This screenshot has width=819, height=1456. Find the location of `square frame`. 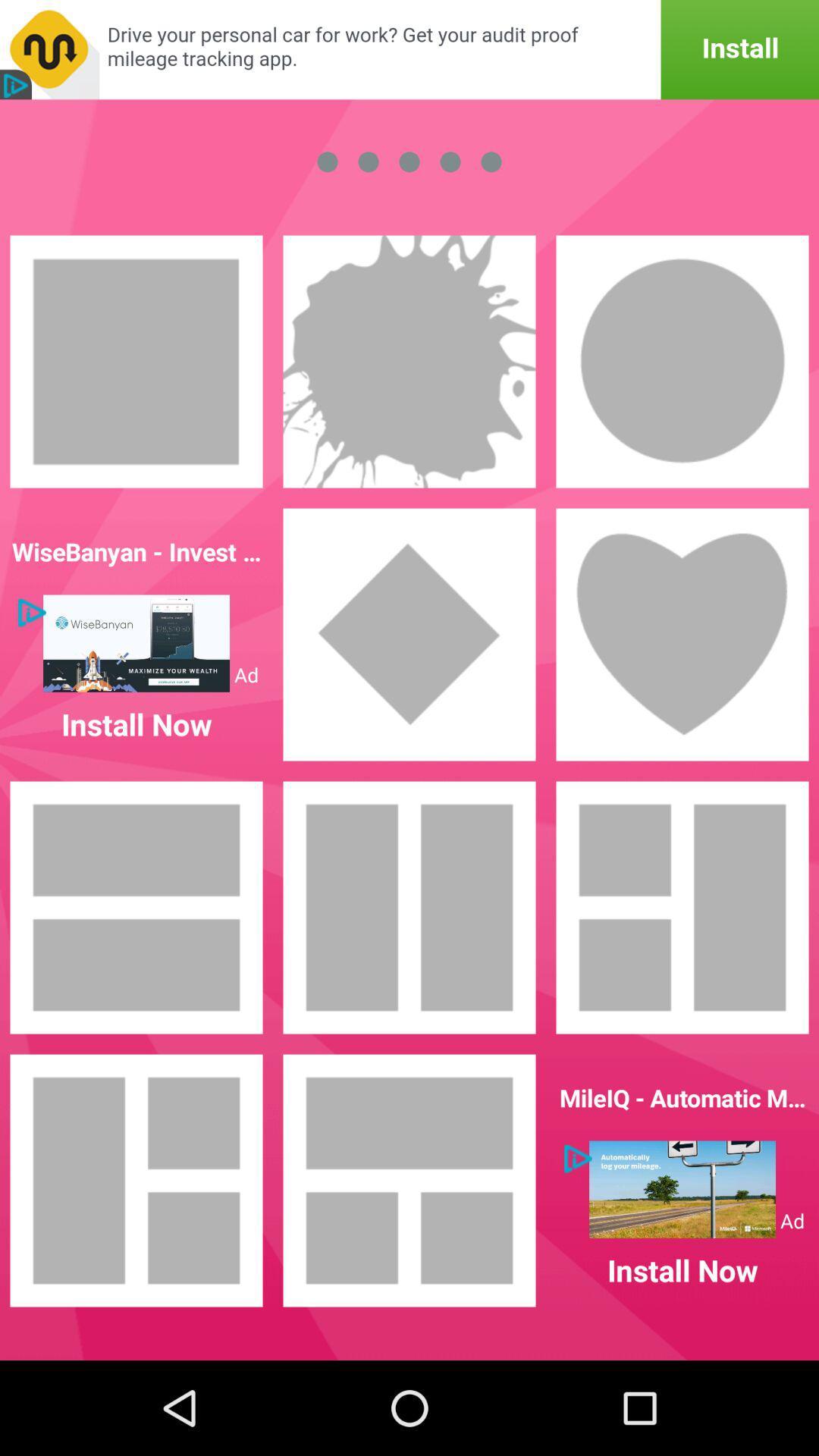

square frame is located at coordinates (136, 360).